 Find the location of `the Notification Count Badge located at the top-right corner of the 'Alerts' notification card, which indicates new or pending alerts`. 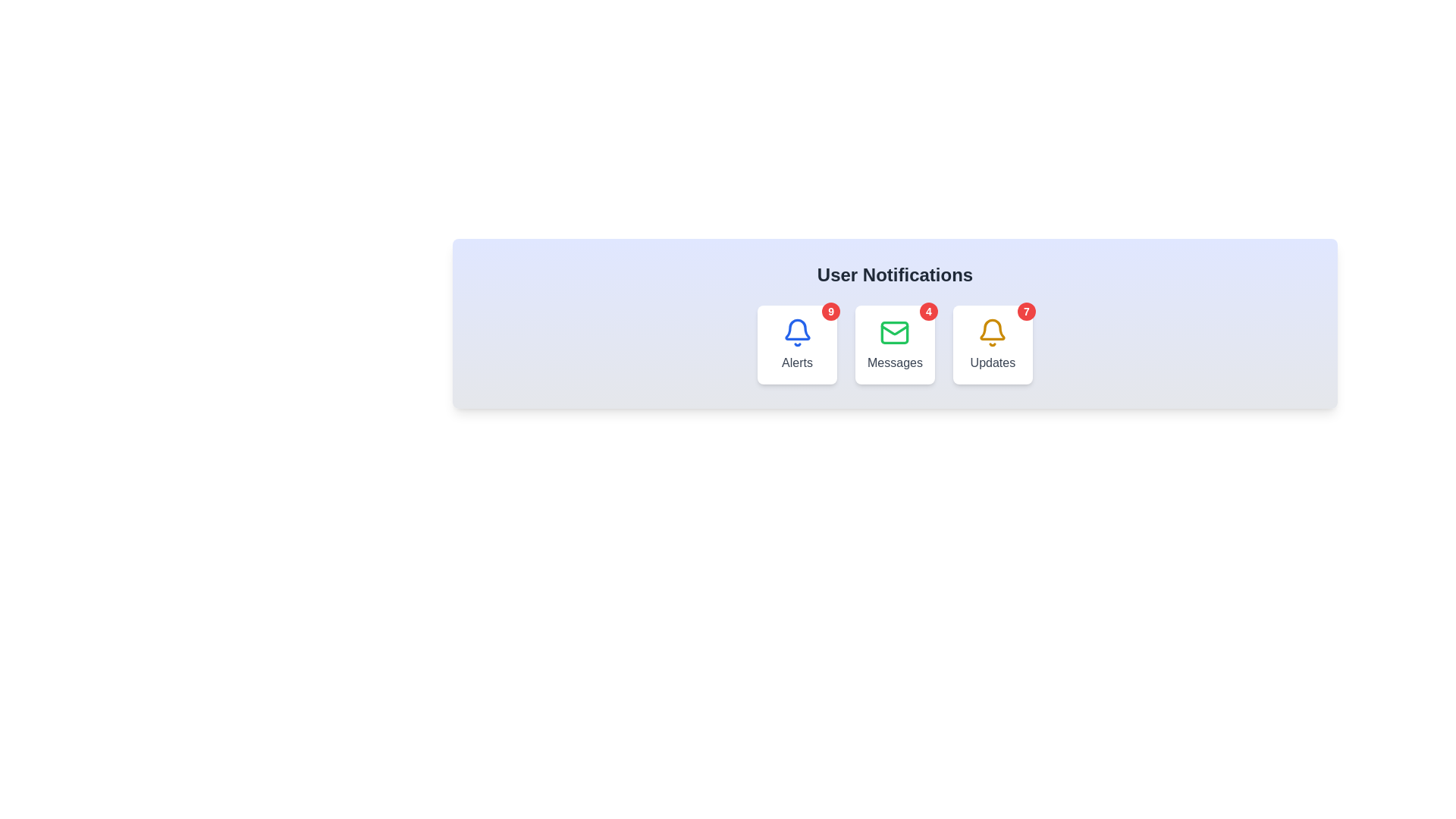

the Notification Count Badge located at the top-right corner of the 'Alerts' notification card, which indicates new or pending alerts is located at coordinates (830, 311).